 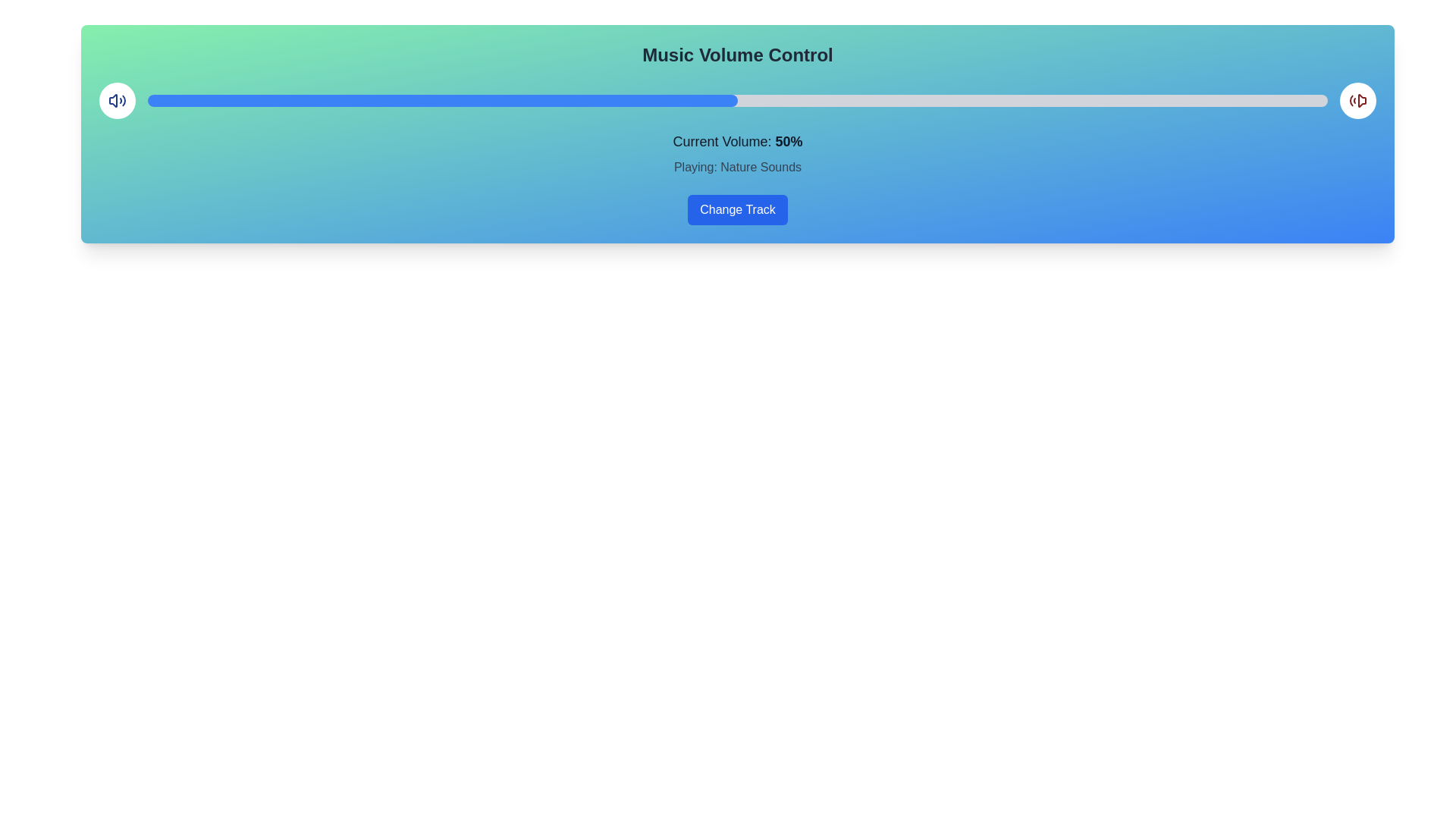 What do you see at coordinates (116, 100) in the screenshot?
I see `the volume control icon, which is centered within a circular button on the far right of the interface` at bounding box center [116, 100].